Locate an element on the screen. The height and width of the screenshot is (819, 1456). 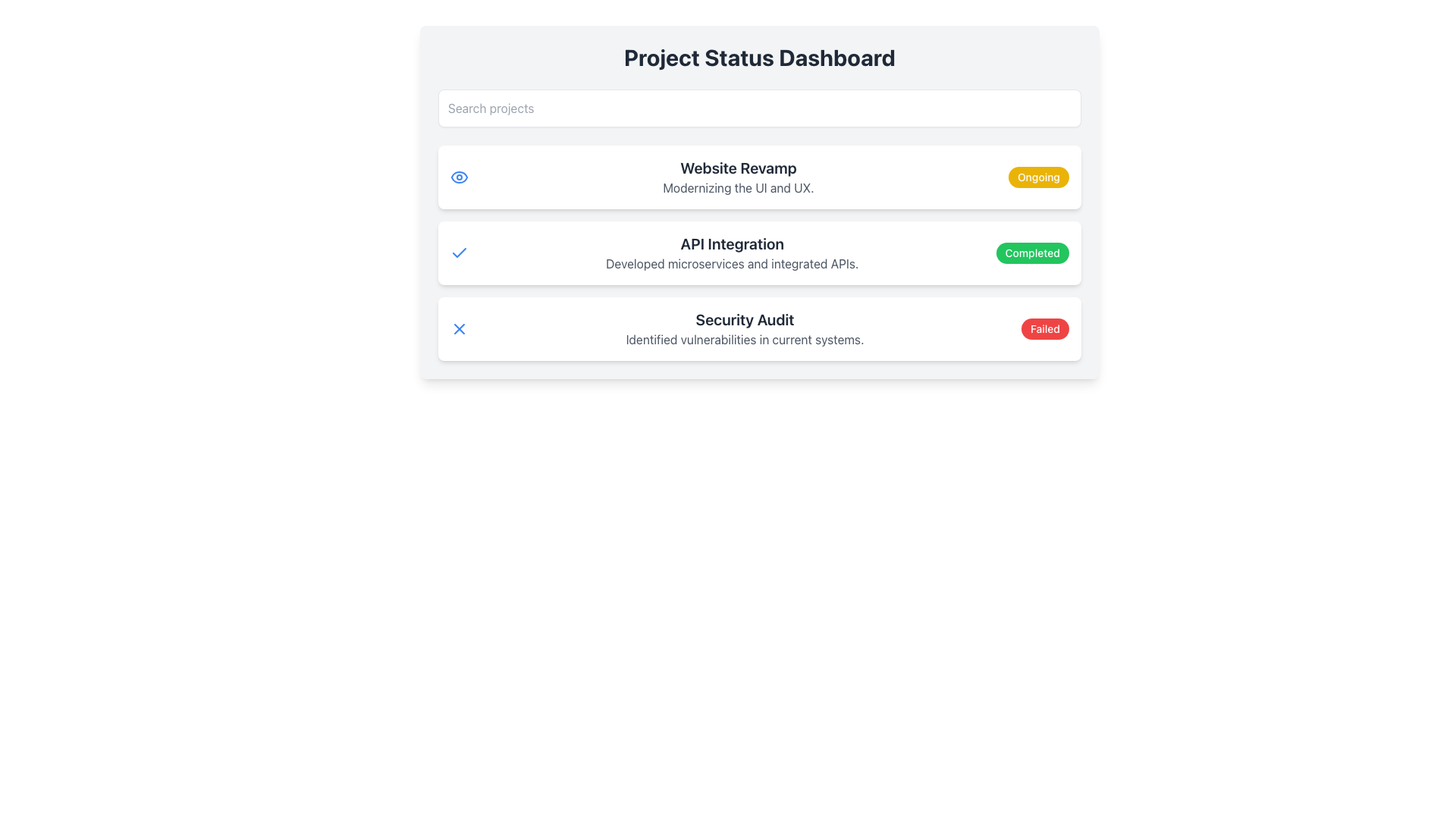
the 'Security Audit' text label, which serves as a heading in the section above the companion text describing identified vulnerabilities is located at coordinates (745, 318).